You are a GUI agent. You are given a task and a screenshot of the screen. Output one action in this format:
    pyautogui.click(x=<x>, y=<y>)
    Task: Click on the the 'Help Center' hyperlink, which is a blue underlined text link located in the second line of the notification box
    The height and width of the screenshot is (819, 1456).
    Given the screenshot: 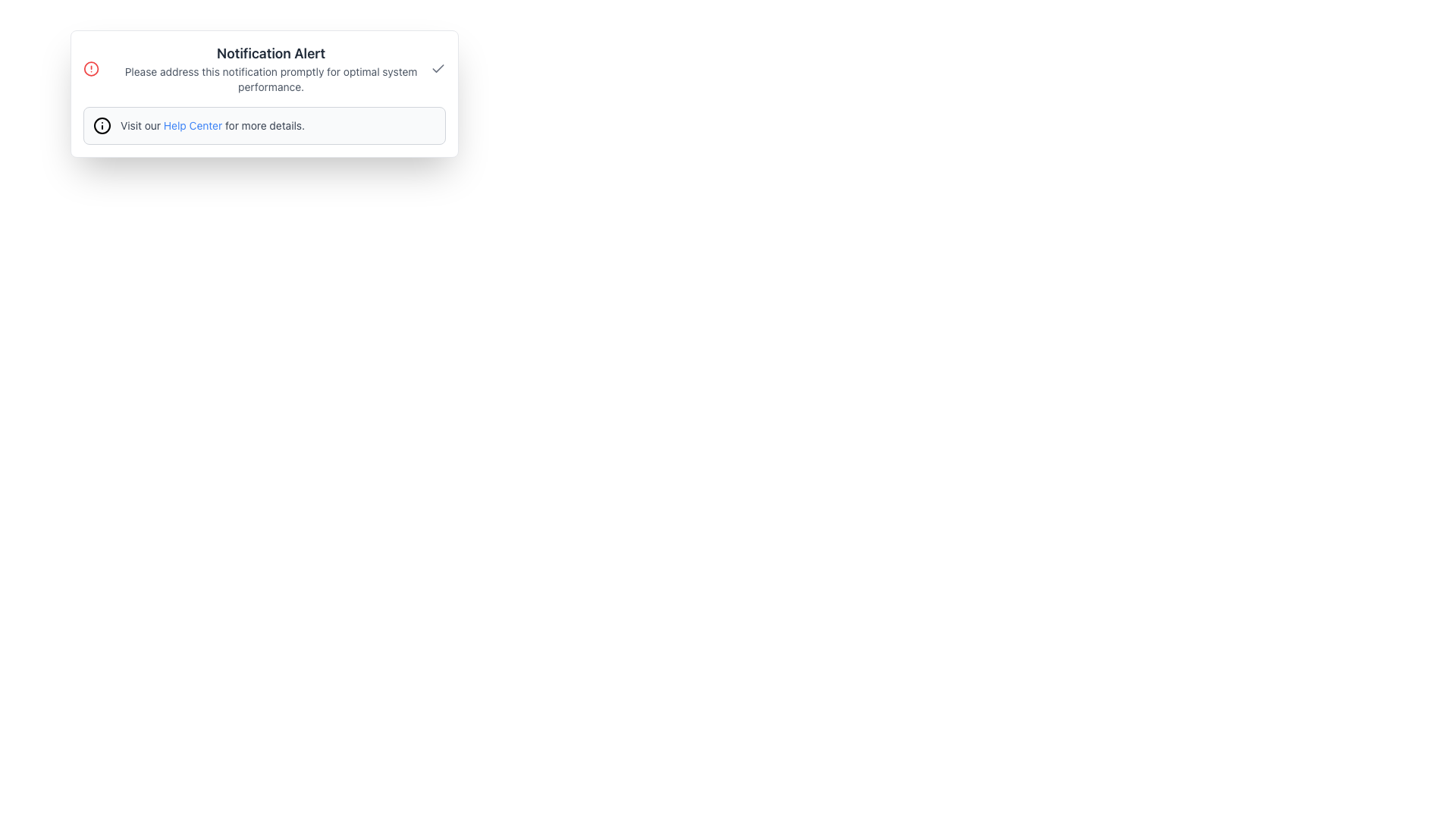 What is the action you would take?
    pyautogui.click(x=192, y=124)
    